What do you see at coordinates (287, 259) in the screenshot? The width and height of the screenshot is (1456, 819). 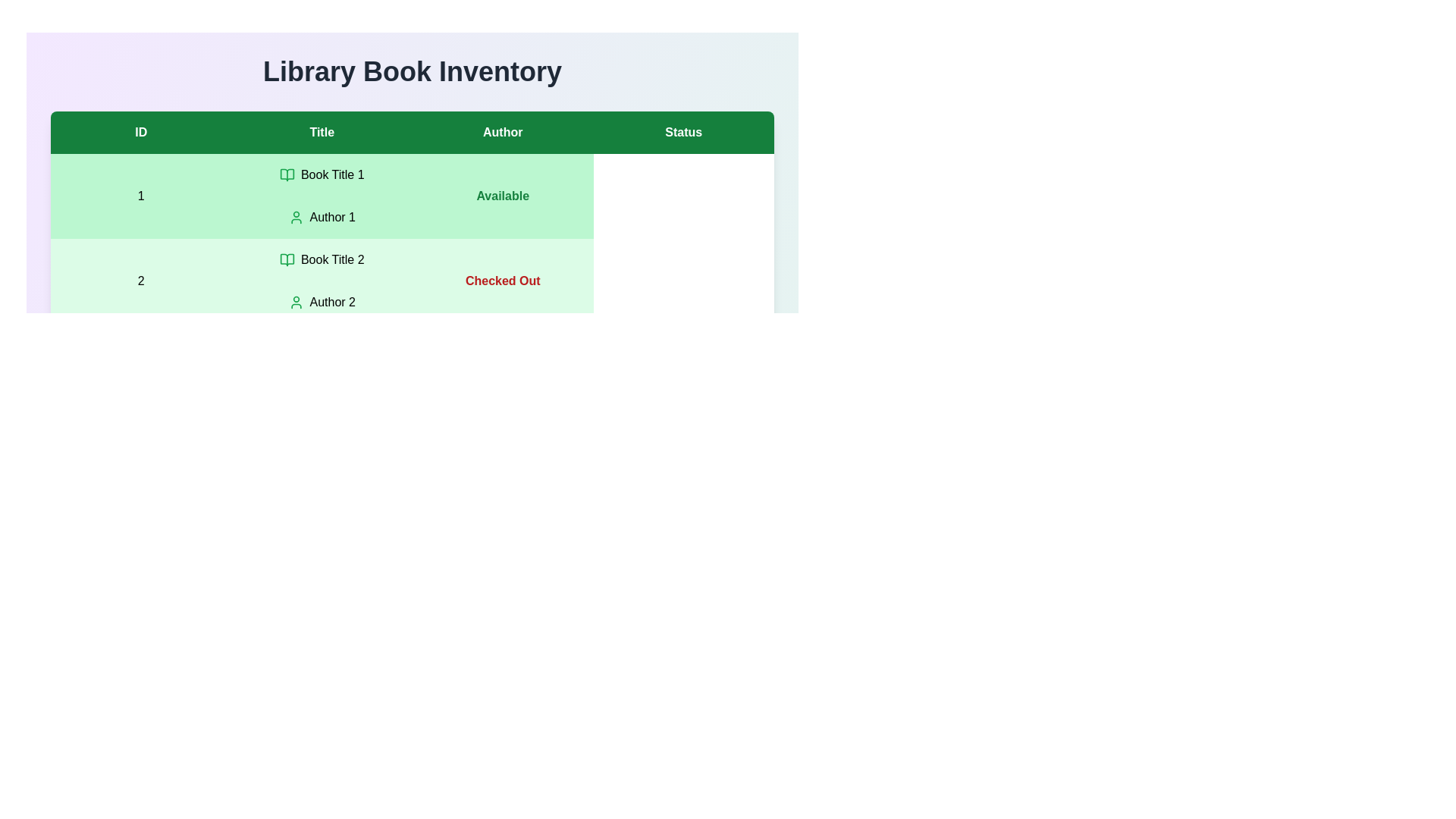 I see `the icon next to book for Book Title 2` at bounding box center [287, 259].